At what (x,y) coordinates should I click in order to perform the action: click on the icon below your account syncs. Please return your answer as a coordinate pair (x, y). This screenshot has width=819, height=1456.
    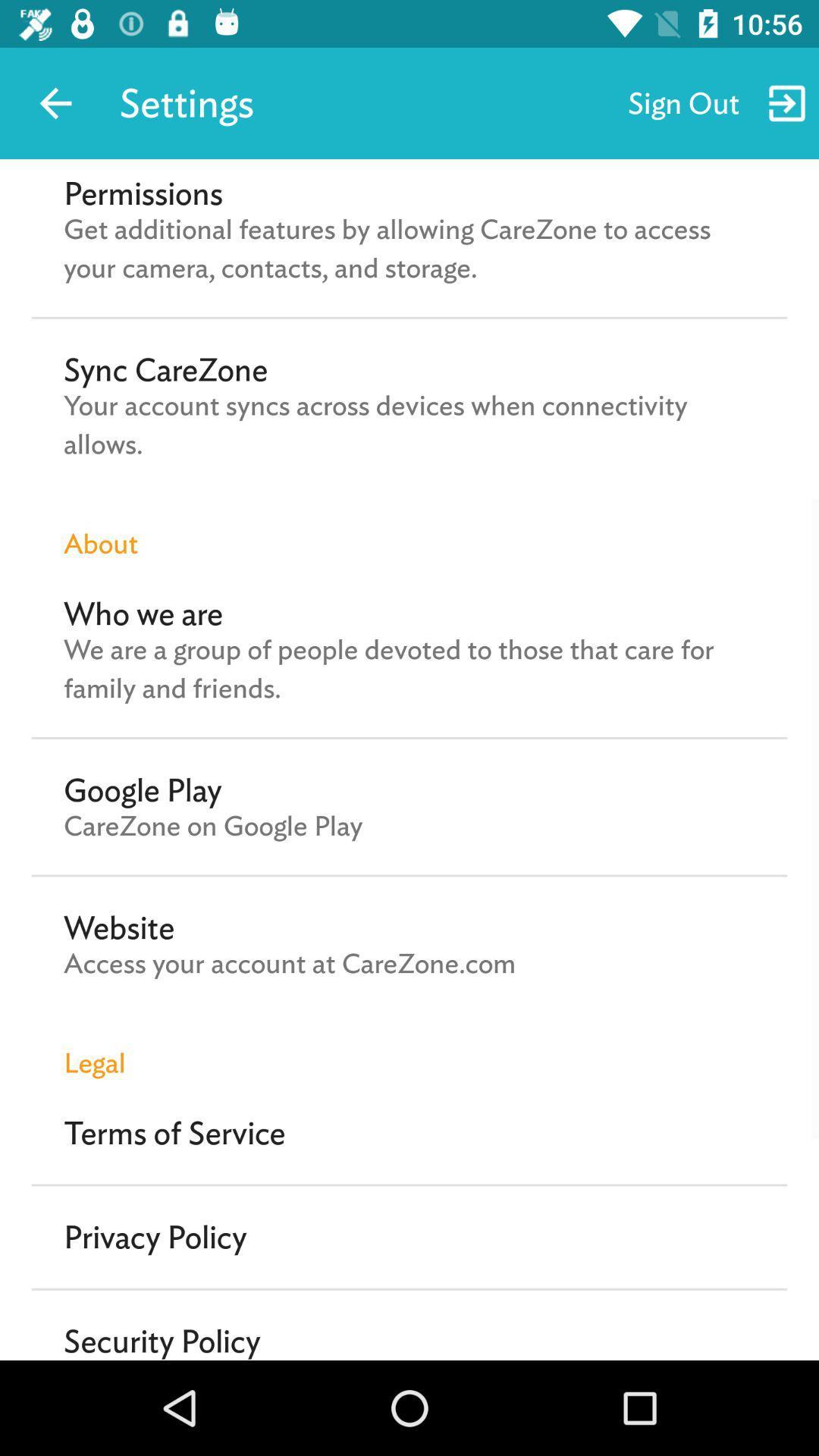
    Looking at the image, I should click on (409, 528).